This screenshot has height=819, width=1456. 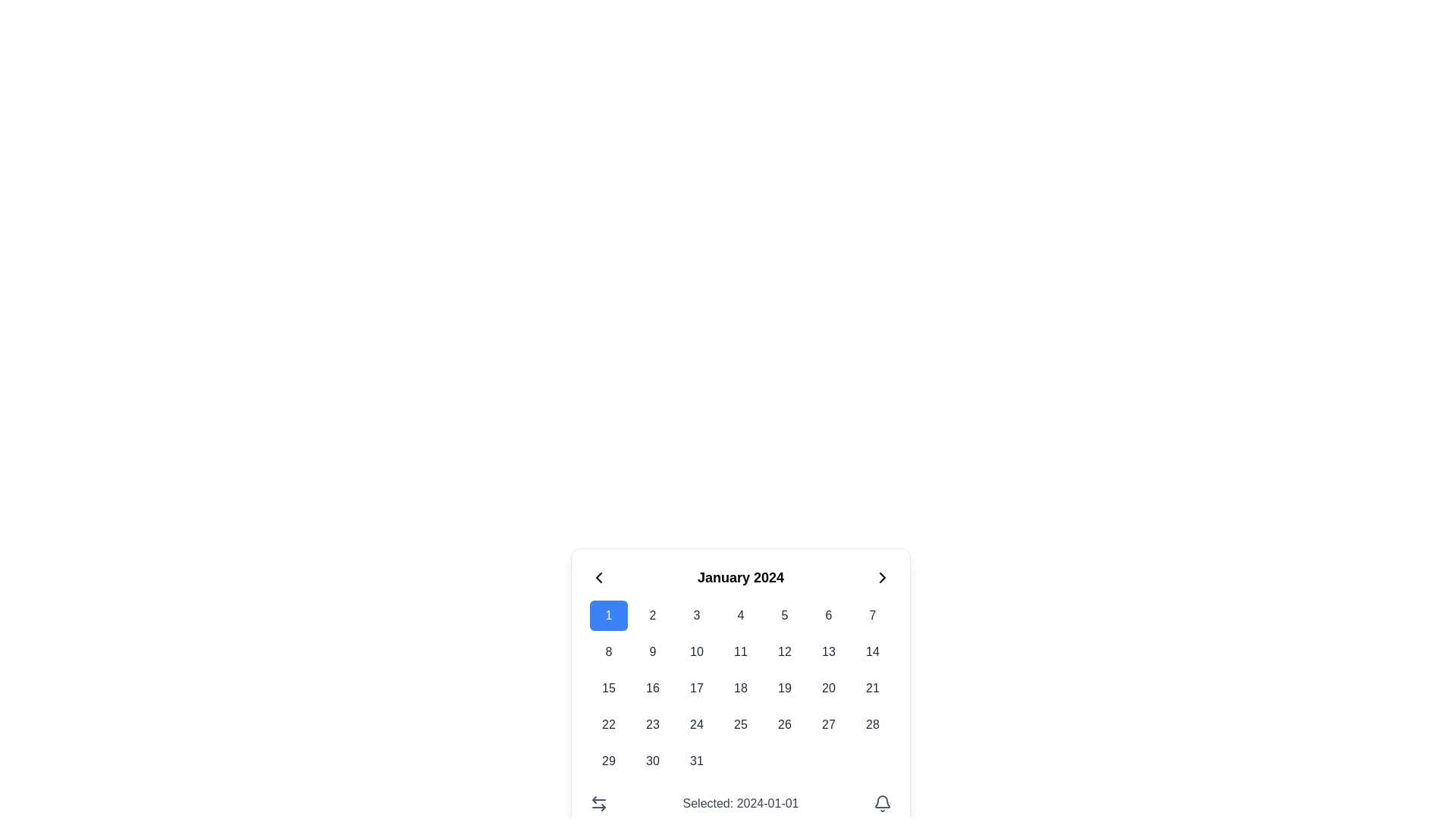 What do you see at coordinates (828, 724) in the screenshot?
I see `the Text Label representing the 27th day of January 2024 in the calendar UI` at bounding box center [828, 724].